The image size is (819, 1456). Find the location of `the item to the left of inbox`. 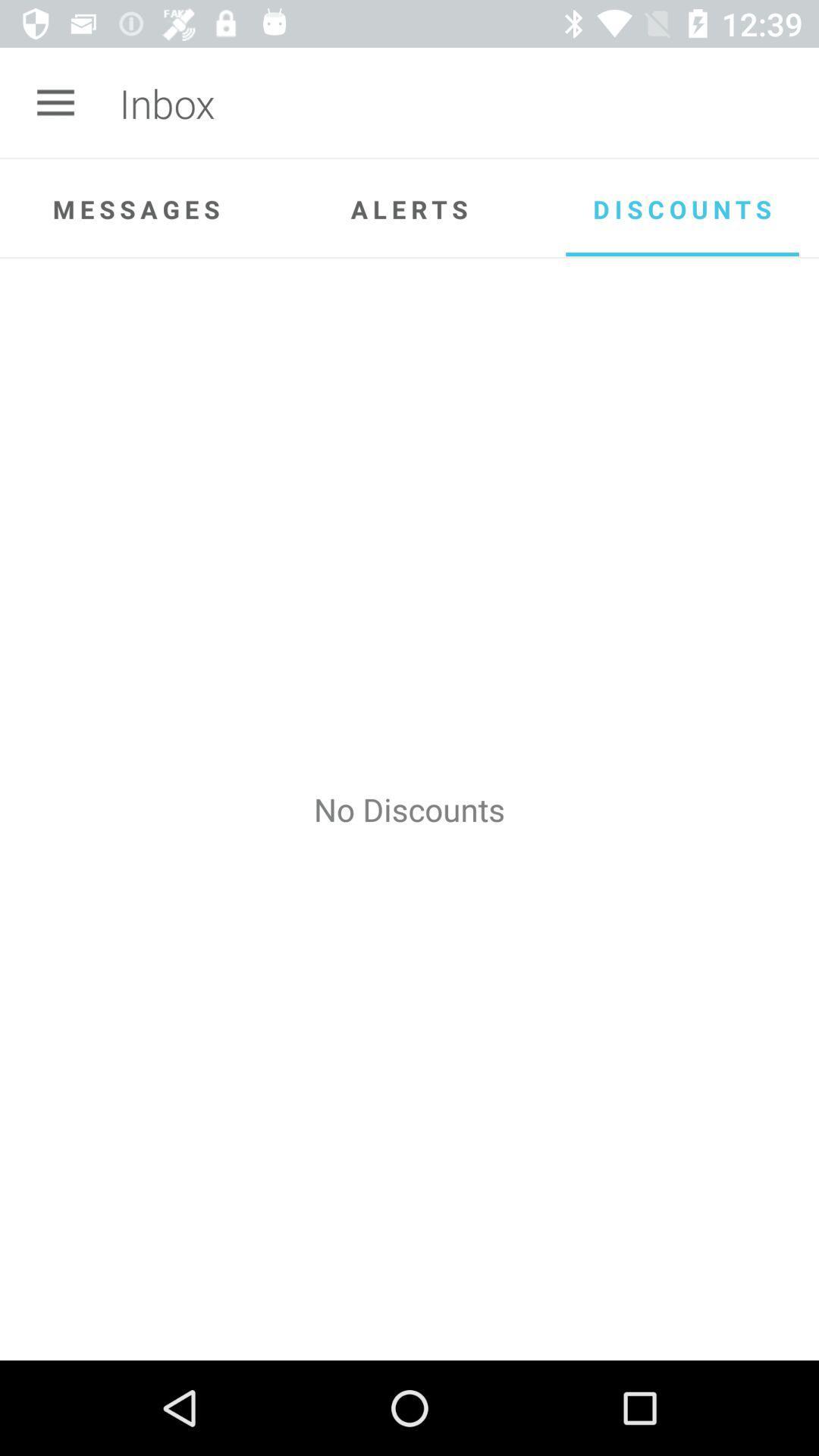

the item to the left of inbox is located at coordinates (55, 102).